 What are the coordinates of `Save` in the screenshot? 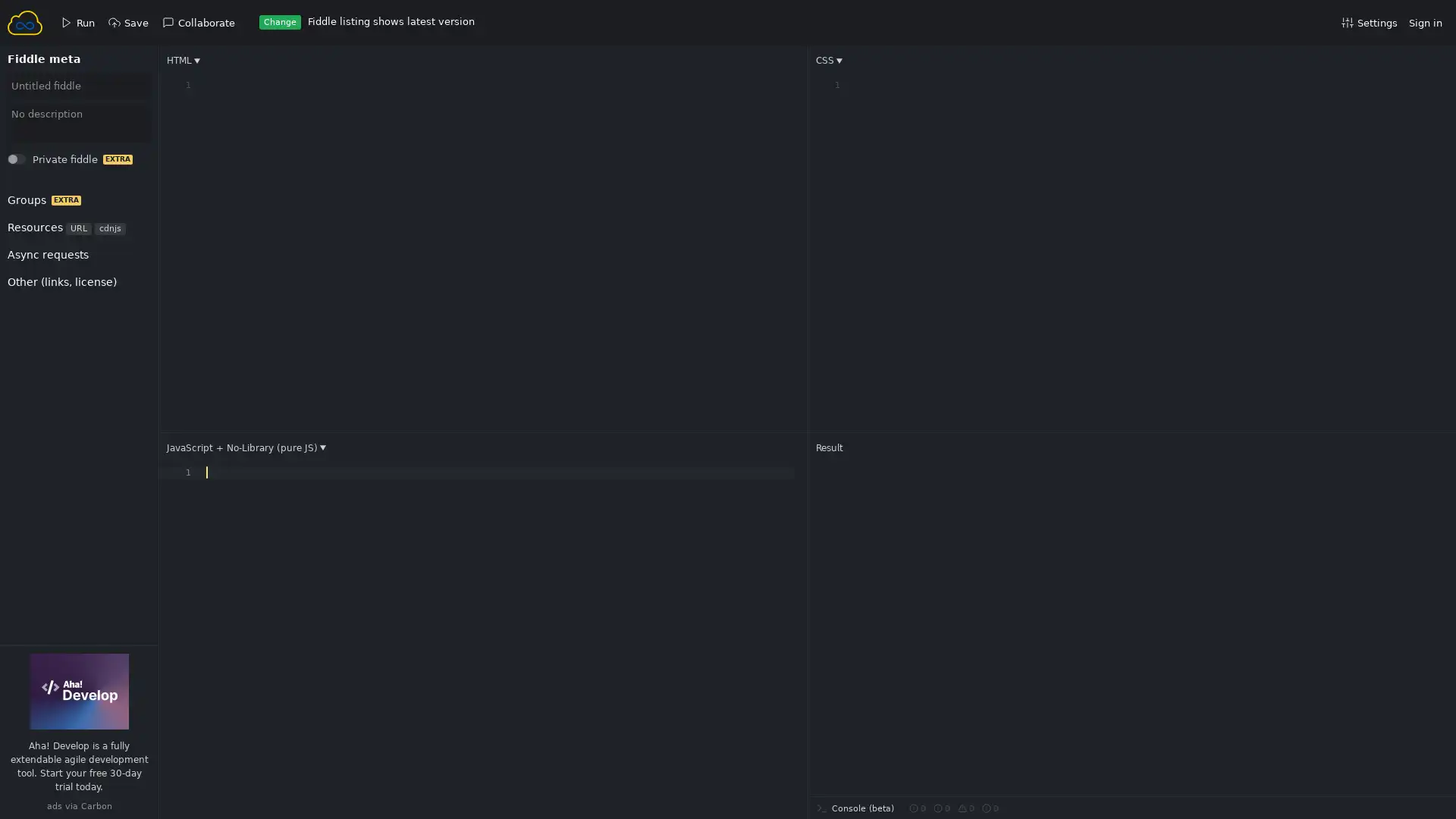 It's located at (32, 163).